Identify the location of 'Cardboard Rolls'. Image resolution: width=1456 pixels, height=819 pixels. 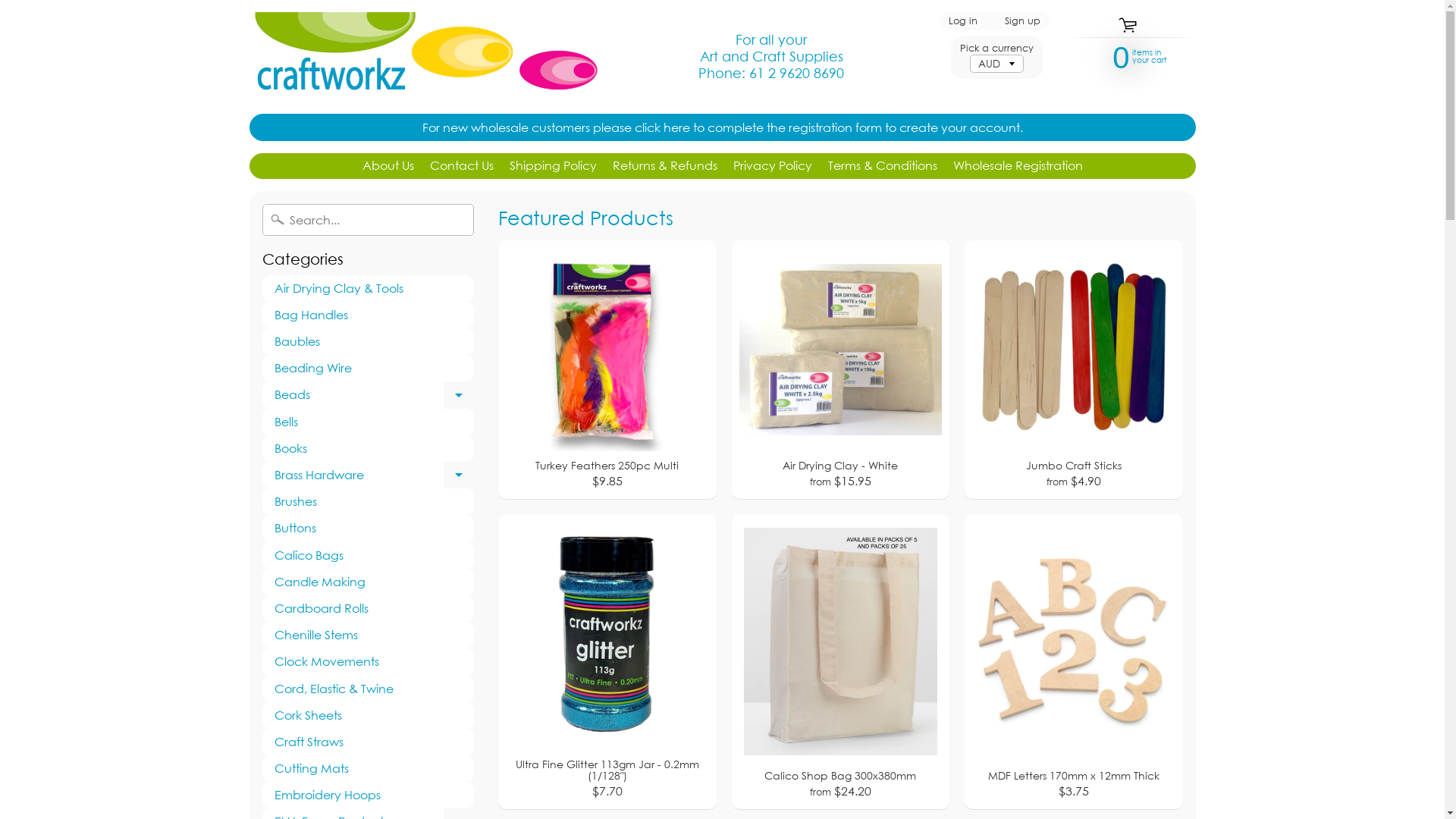
(368, 607).